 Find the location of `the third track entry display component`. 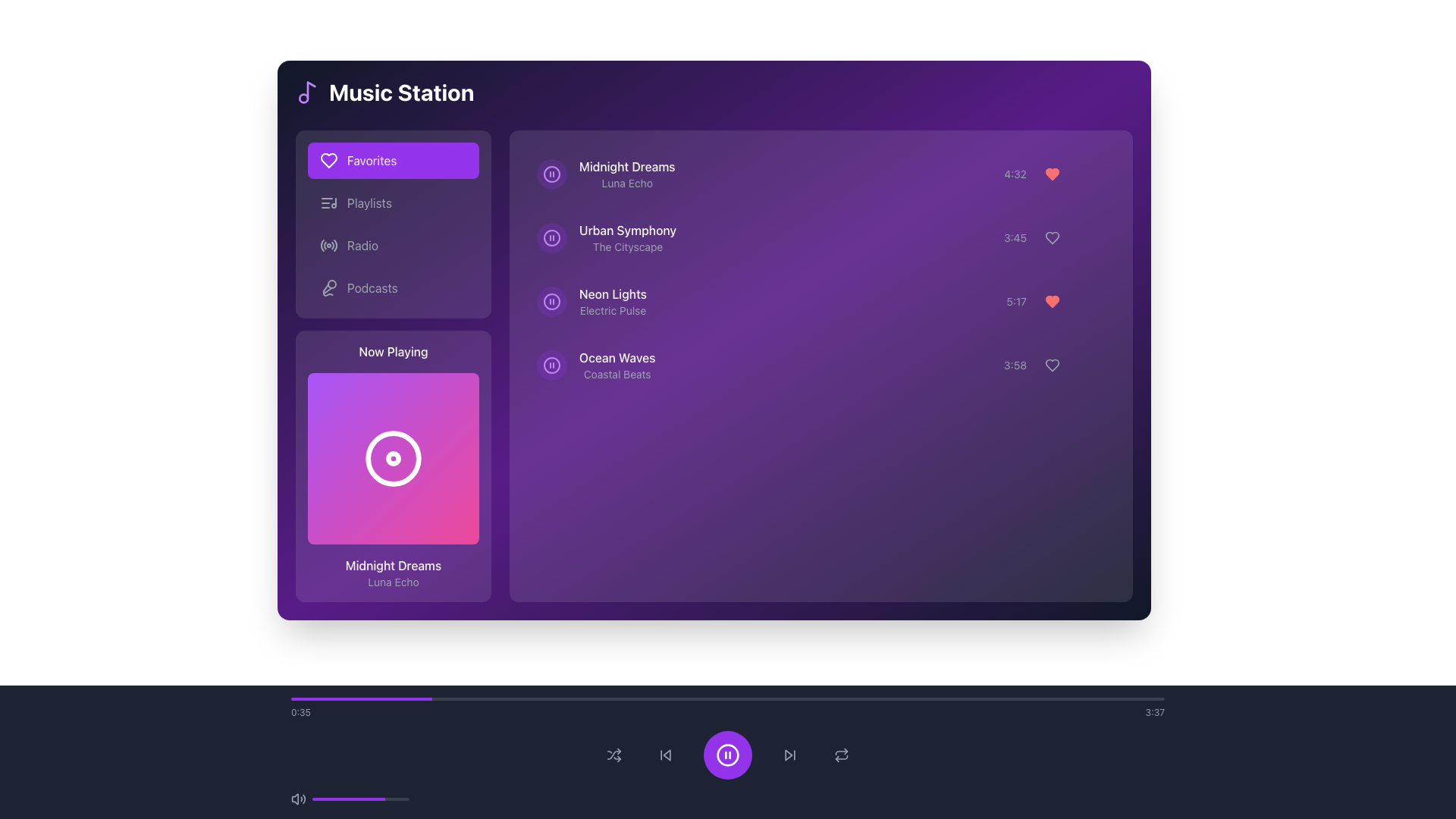

the third track entry display component is located at coordinates (591, 301).